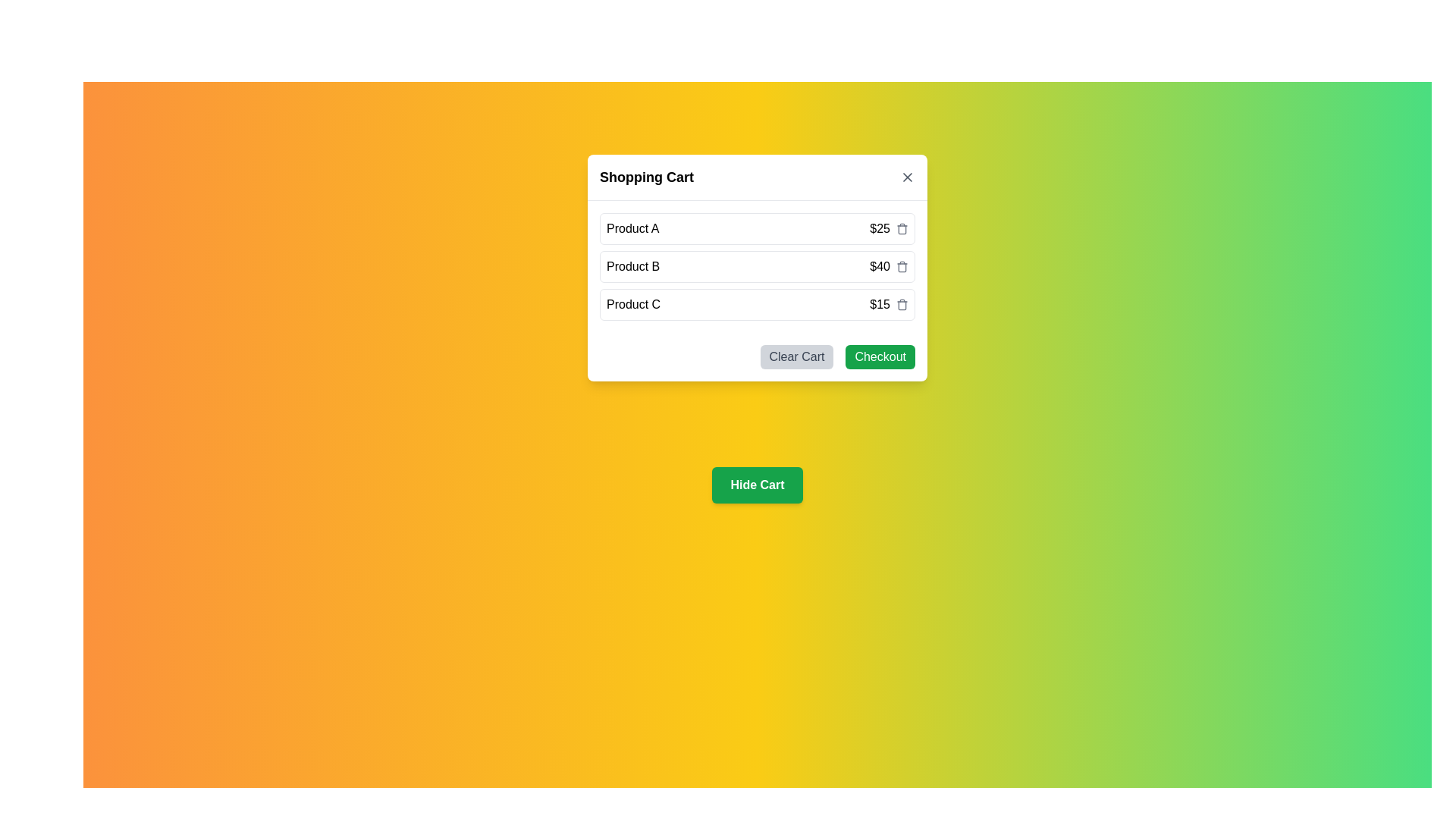 The height and width of the screenshot is (819, 1456). What do you see at coordinates (757, 485) in the screenshot?
I see `the button located beneath the shopping cart panel to hide the shopping cart interface` at bounding box center [757, 485].